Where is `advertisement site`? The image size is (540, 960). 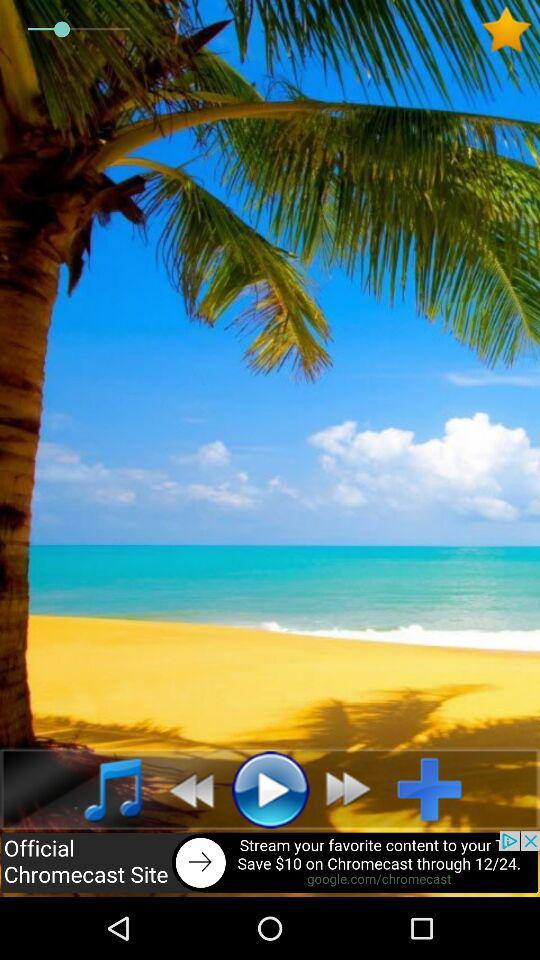 advertisement site is located at coordinates (270, 863).